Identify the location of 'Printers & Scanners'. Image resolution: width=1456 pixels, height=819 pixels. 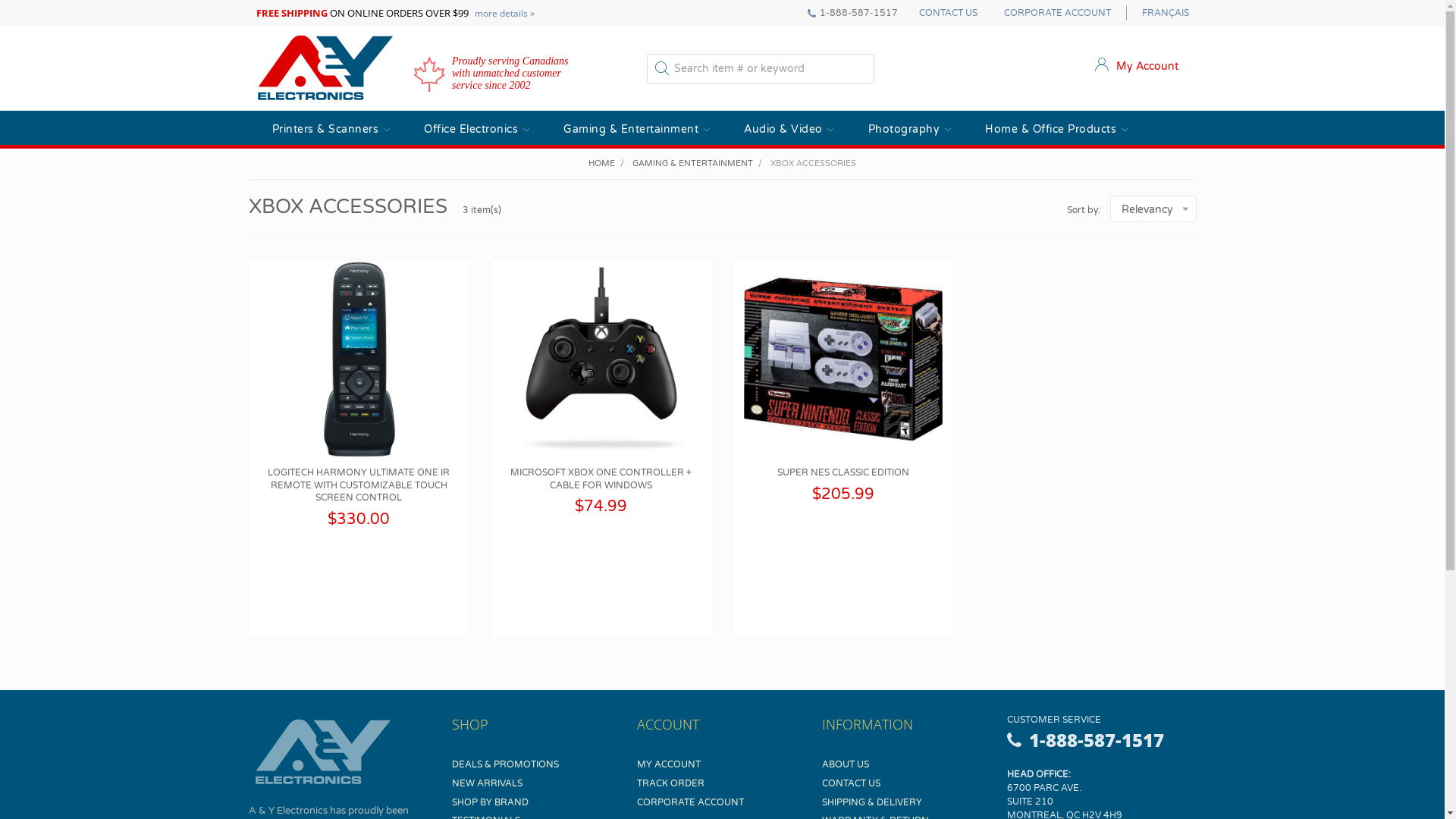
(324, 128).